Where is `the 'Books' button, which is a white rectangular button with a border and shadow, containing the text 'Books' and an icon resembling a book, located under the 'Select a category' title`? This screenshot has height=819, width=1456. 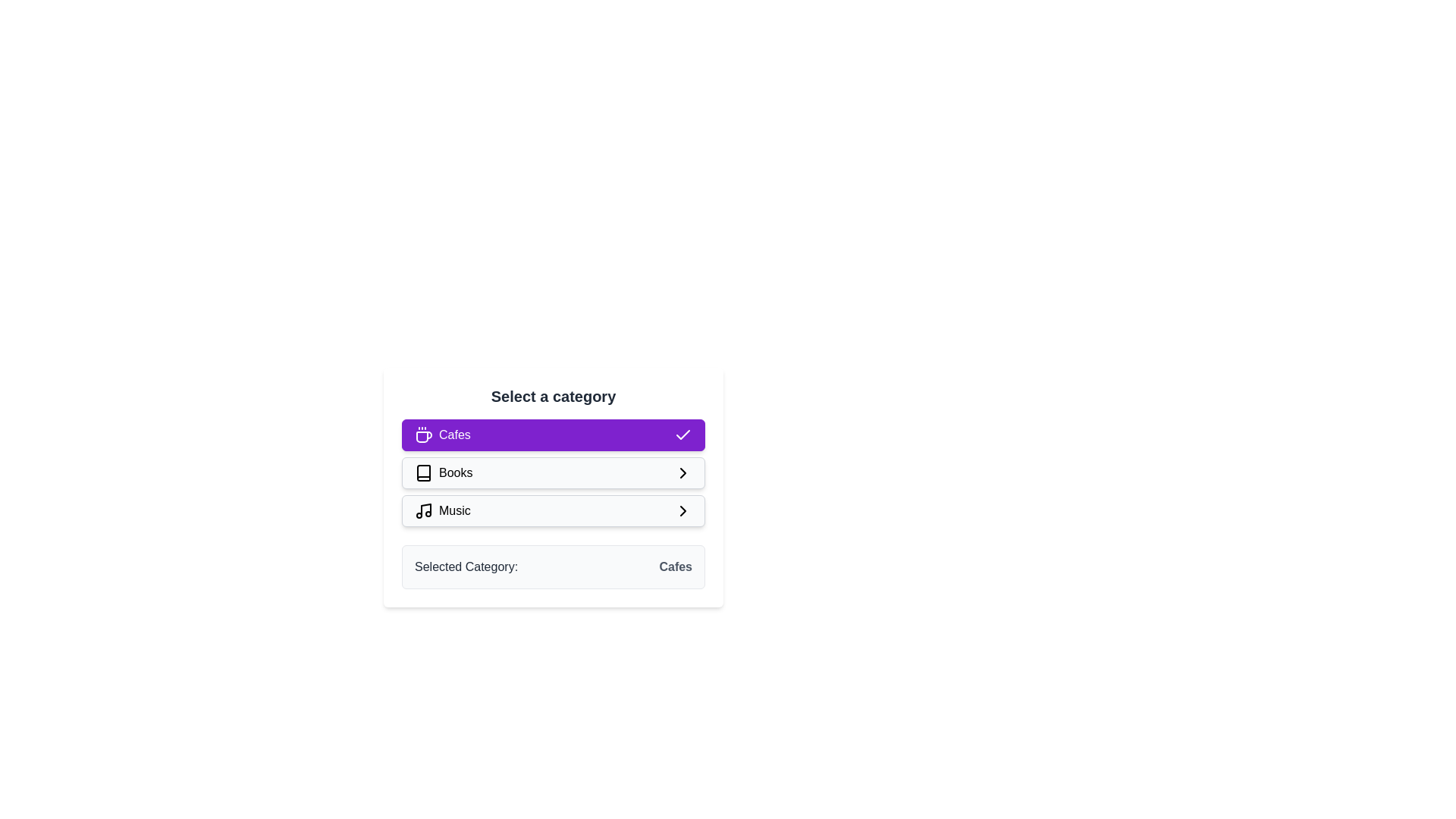
the 'Books' button, which is a white rectangular button with a border and shadow, containing the text 'Books' and an icon resembling a book, located under the 'Select a category' title is located at coordinates (552, 488).